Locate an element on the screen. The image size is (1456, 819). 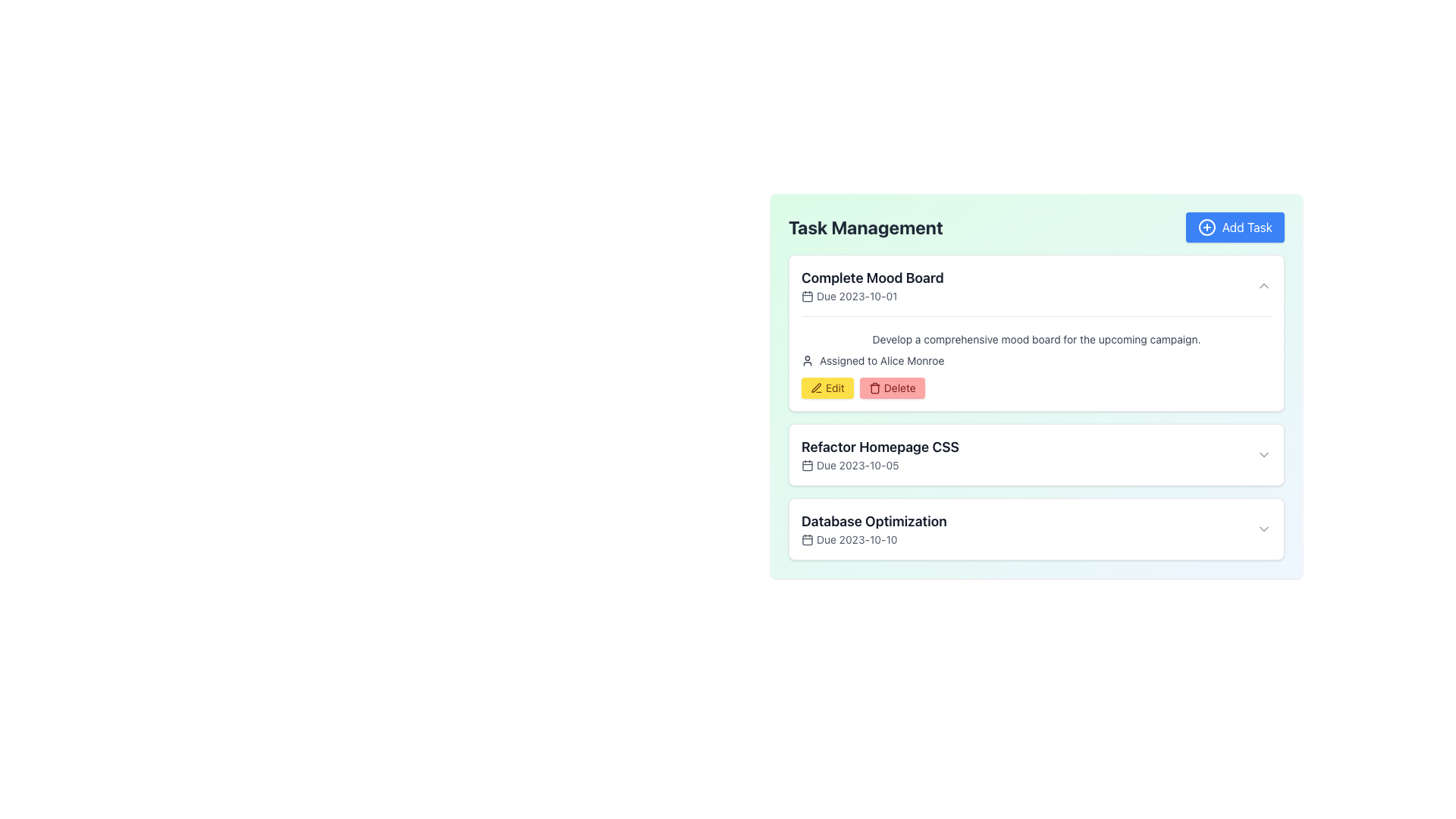
the upward-pointing triangular icon button located in the upper-right corner of the 'Complete Mood Board' task card is located at coordinates (1263, 286).